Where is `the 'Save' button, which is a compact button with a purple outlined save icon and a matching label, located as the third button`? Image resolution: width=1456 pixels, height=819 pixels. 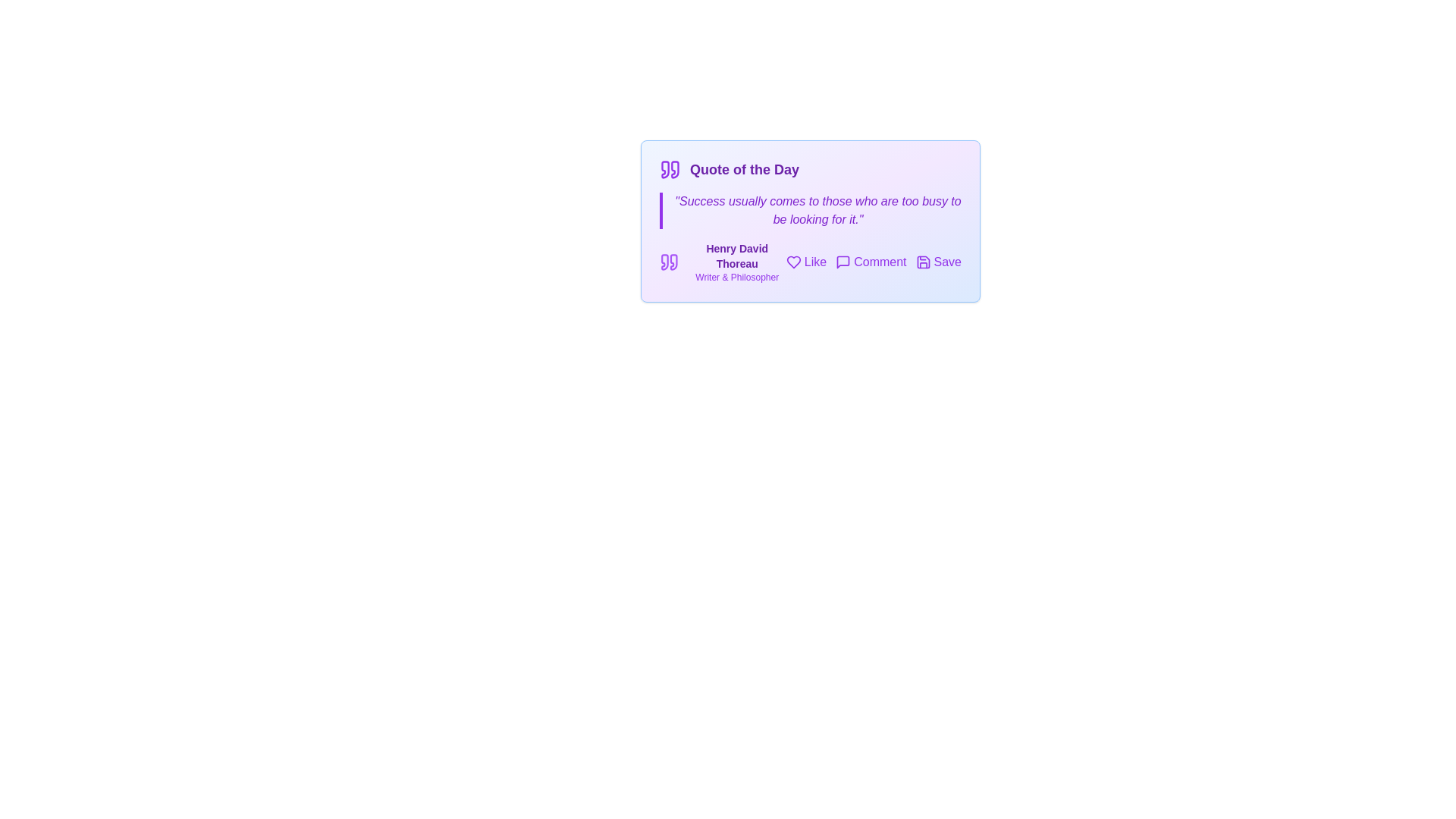 the 'Save' button, which is a compact button with a purple outlined save icon and a matching label, located as the third button is located at coordinates (937, 262).